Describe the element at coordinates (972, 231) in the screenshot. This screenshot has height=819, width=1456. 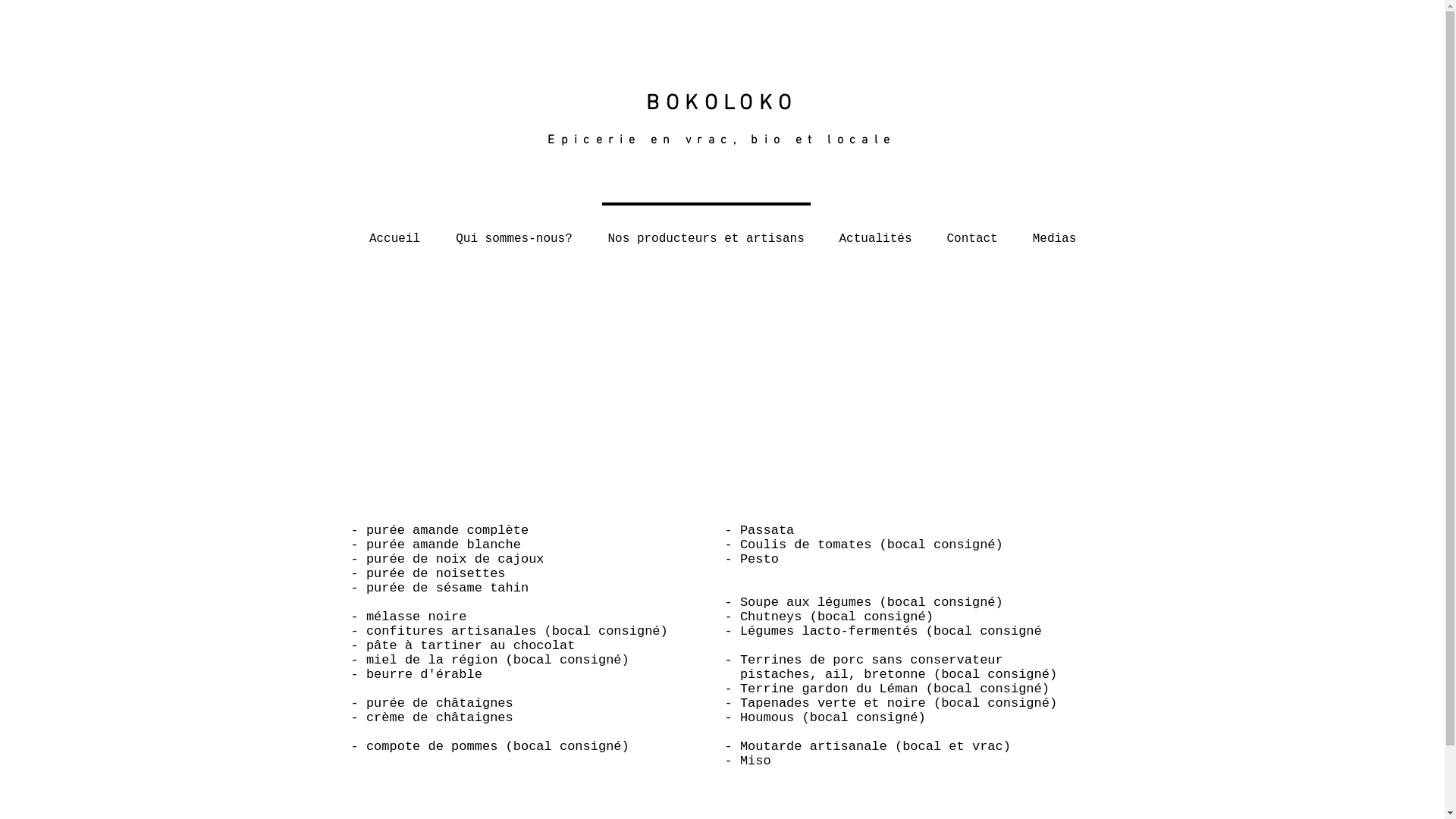
I see `'Contact'` at that location.